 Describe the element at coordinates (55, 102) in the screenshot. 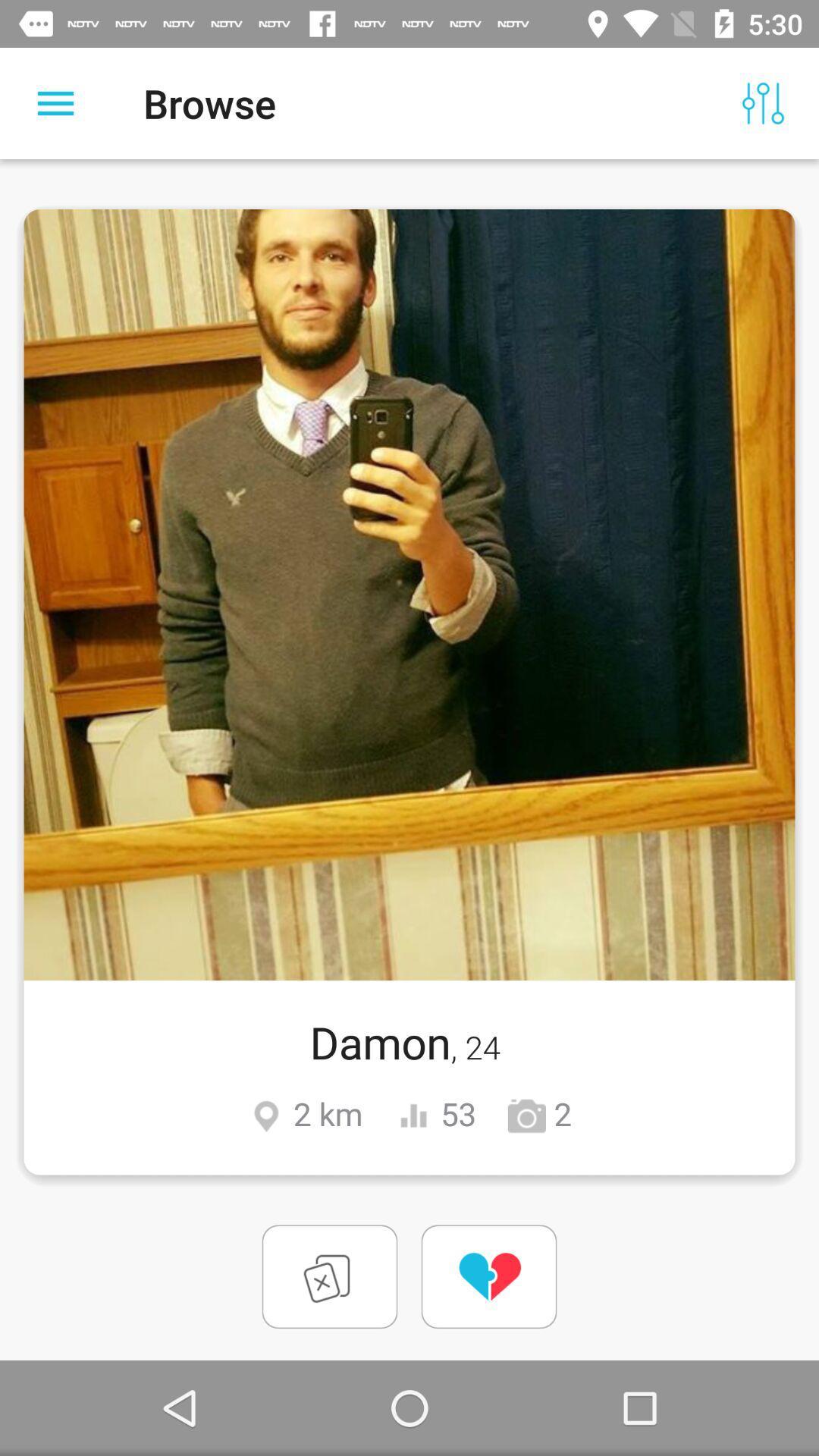

I see `item to the left of the browse icon` at that location.